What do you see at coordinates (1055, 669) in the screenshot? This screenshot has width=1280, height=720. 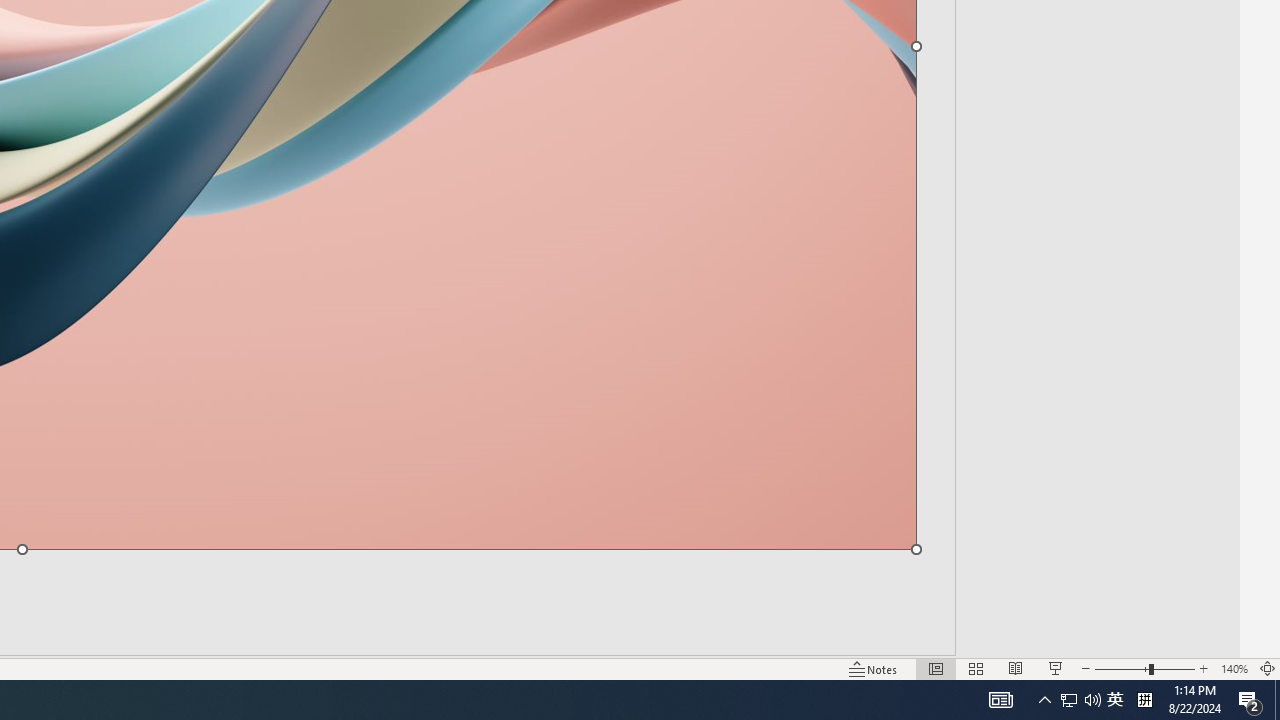 I see `'Slide Show'` at bounding box center [1055, 669].